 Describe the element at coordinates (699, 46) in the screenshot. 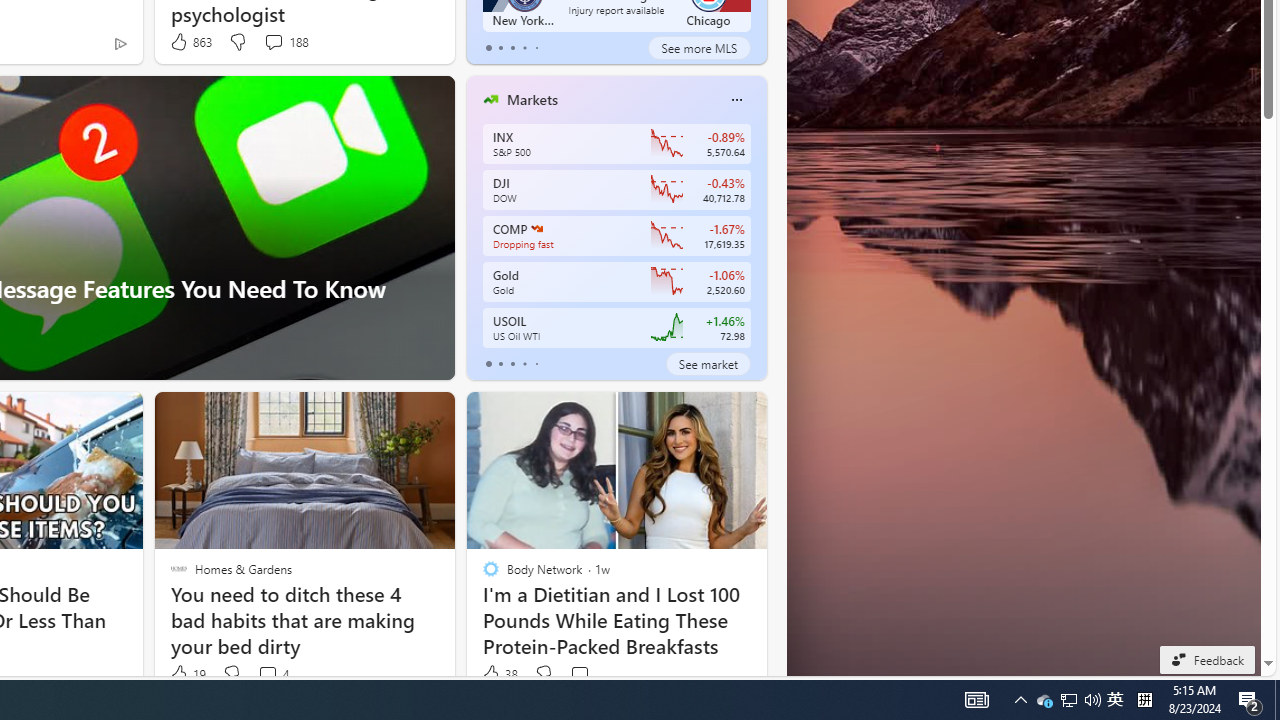

I see `'See more MLS'` at that location.